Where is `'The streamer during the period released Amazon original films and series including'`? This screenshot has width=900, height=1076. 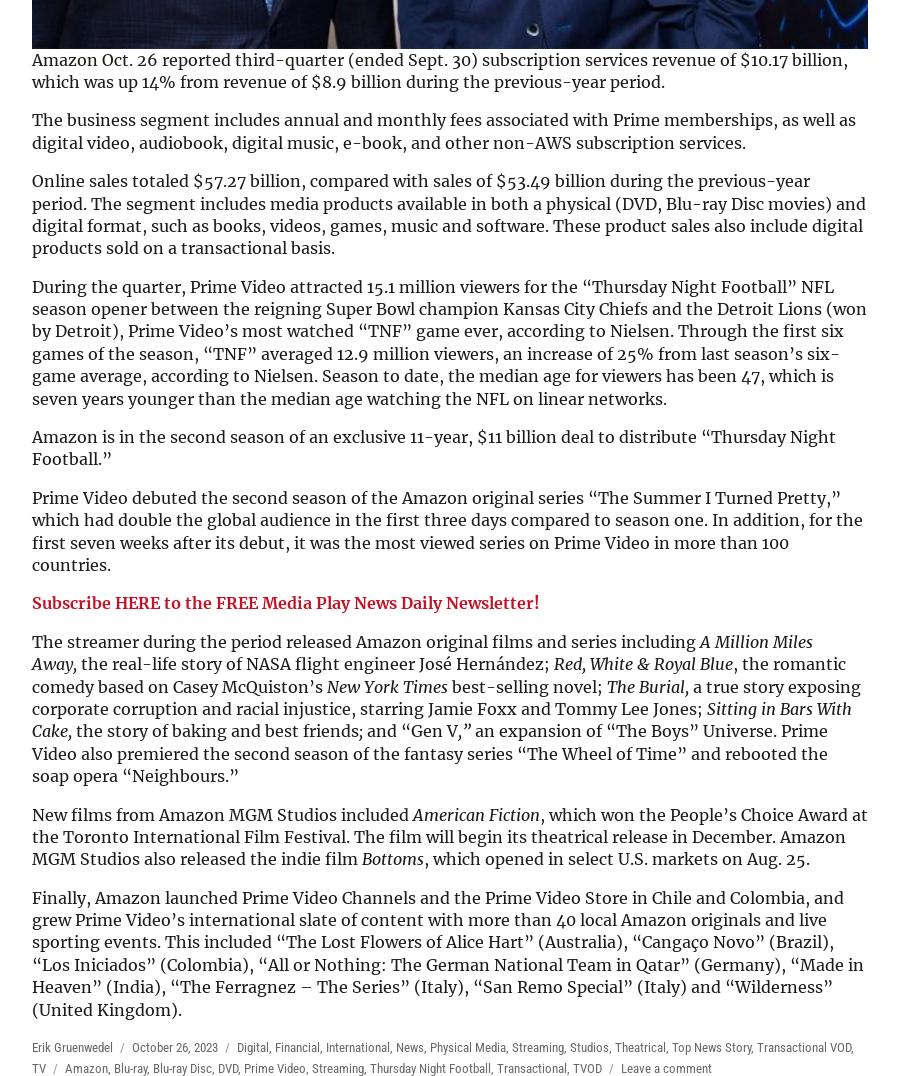 'The streamer during the period released Amazon original films and series including' is located at coordinates (366, 639).